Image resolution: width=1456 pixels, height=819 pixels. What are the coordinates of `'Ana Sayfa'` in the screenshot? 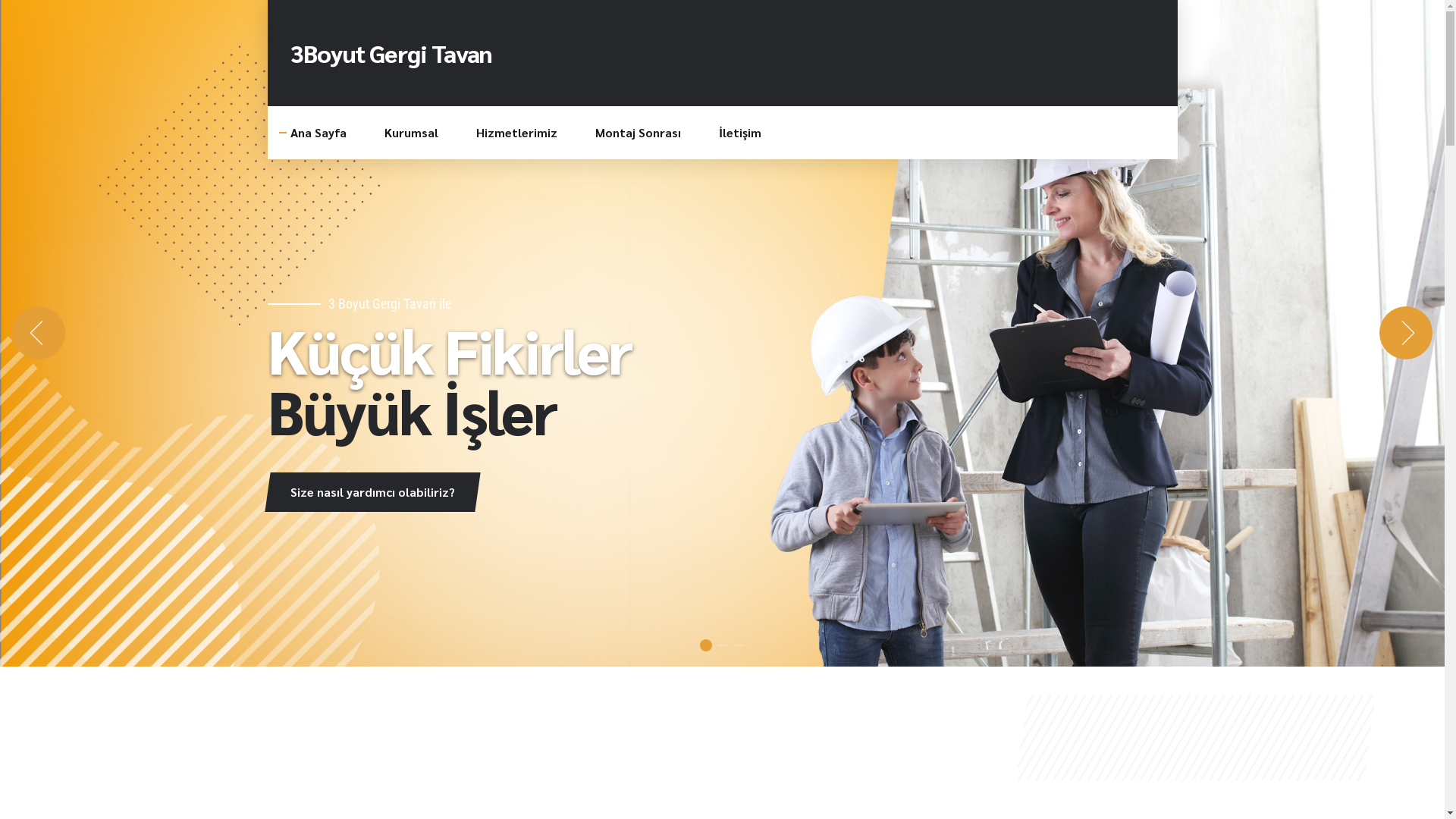 It's located at (316, 131).